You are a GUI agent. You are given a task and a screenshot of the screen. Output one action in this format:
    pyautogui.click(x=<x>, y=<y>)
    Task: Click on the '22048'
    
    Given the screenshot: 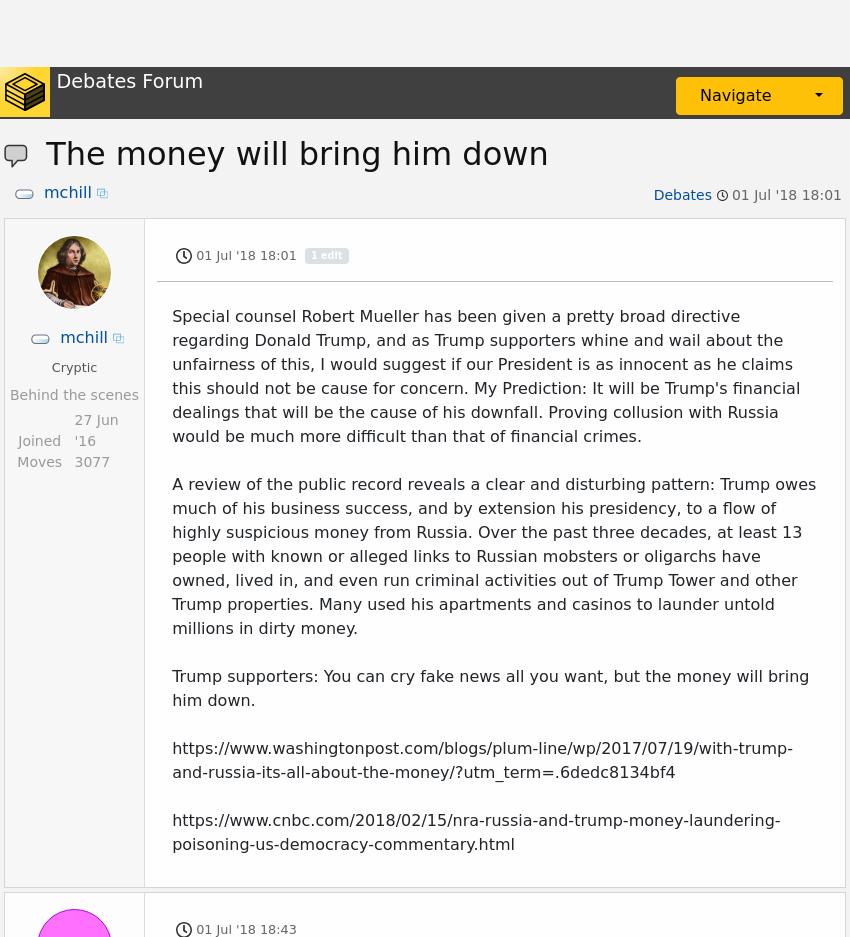 What is the action you would take?
    pyautogui.click(x=95, y=273)
    